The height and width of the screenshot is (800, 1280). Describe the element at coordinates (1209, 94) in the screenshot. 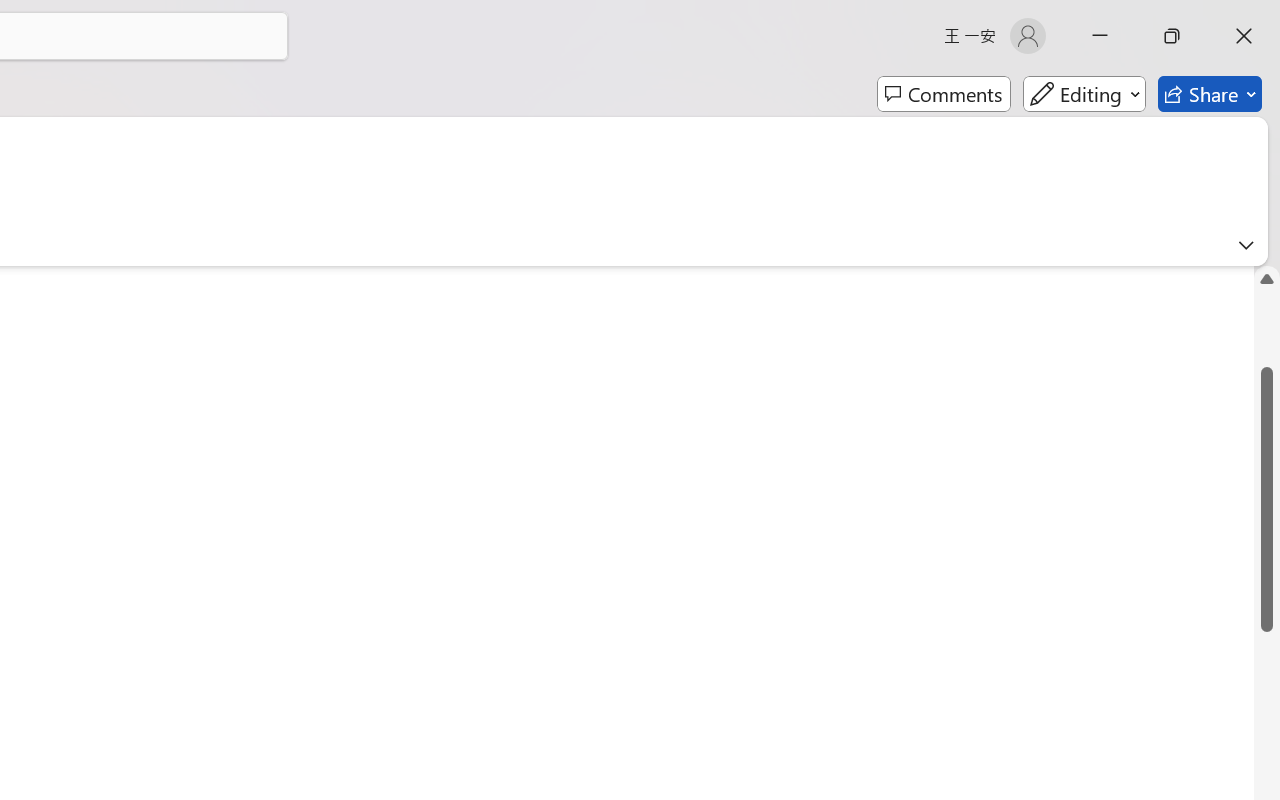

I see `'Share'` at that location.